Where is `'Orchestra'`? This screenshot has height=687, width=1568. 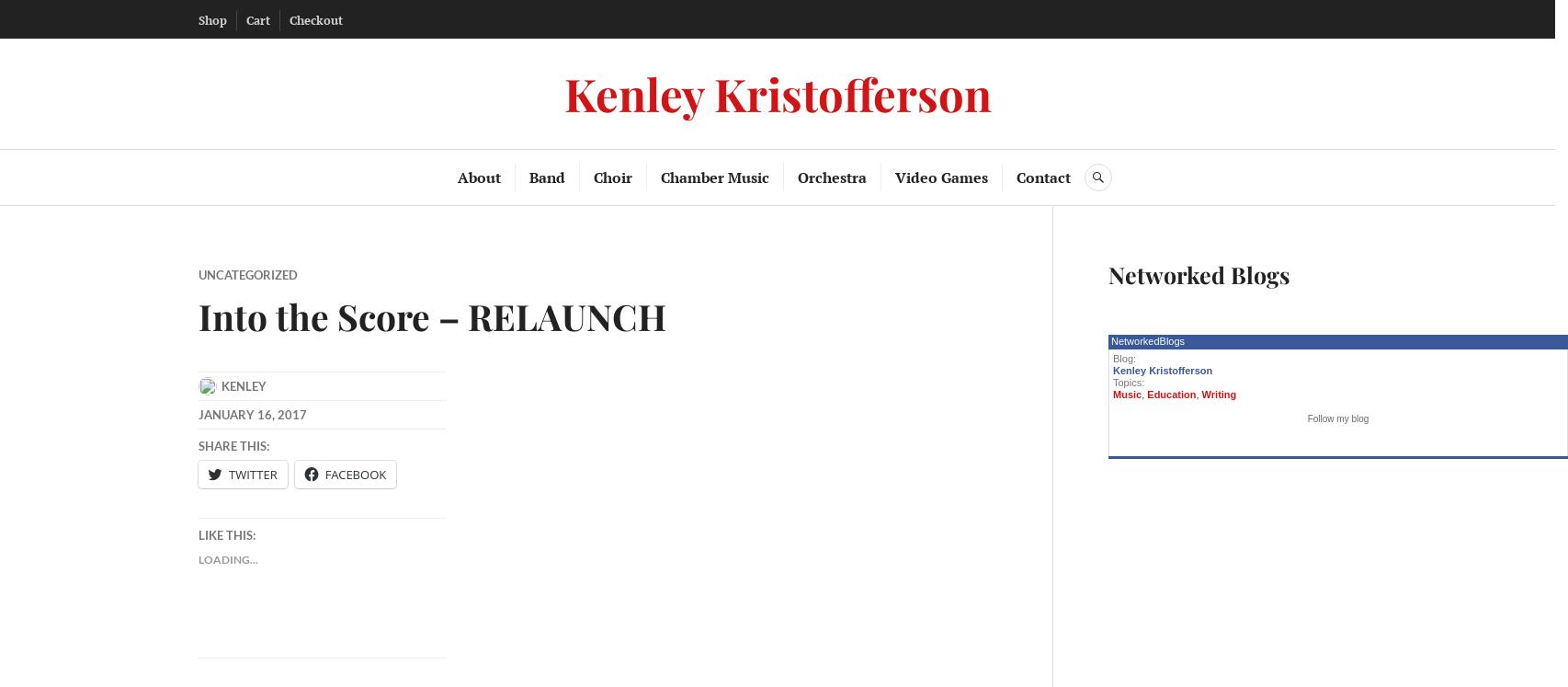
'Orchestra' is located at coordinates (831, 177).